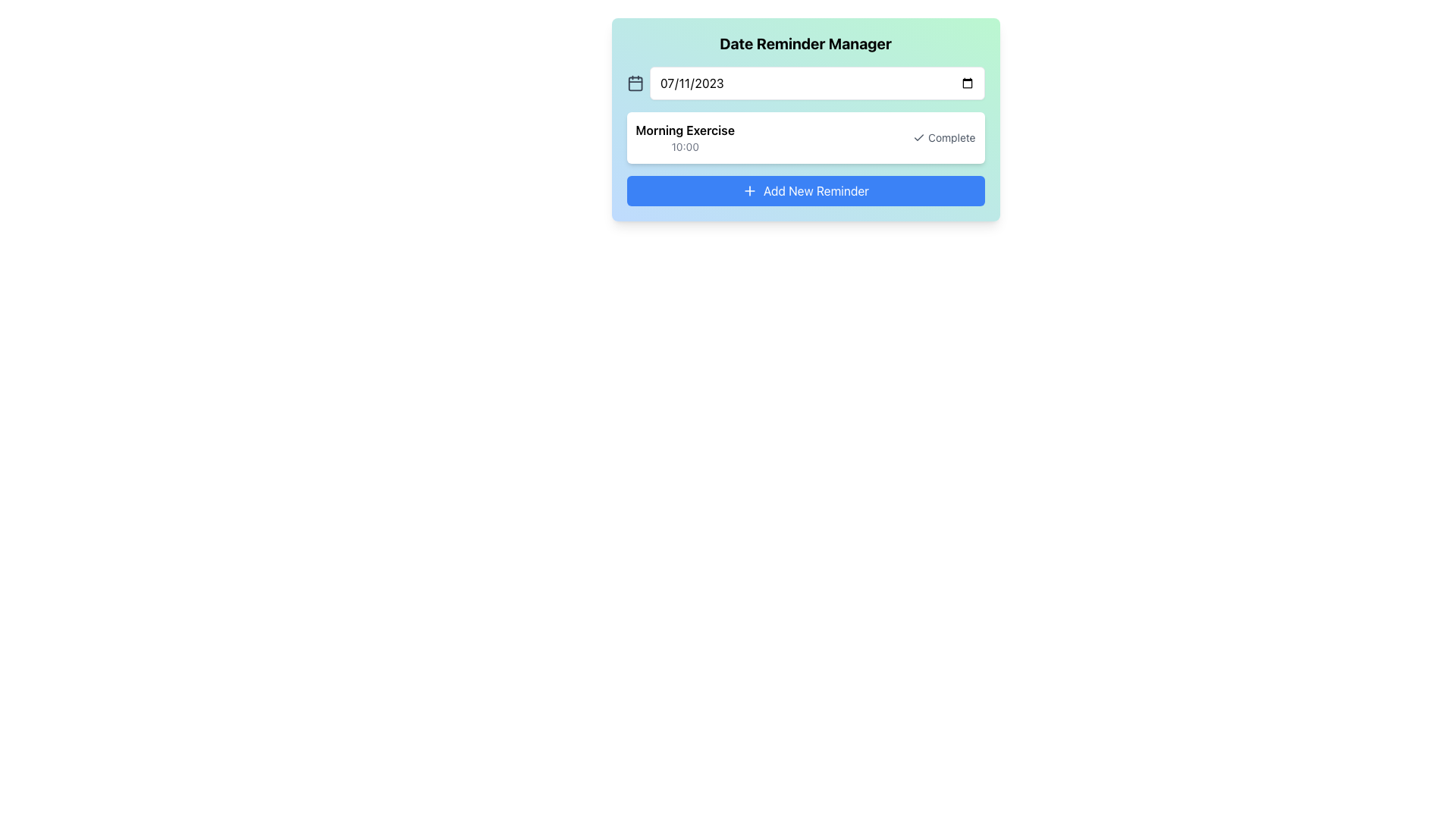  What do you see at coordinates (635, 83) in the screenshot?
I see `the calendar icon element, which is positioned at the far left of a section containing a date input field and a button, situated directly before the date input field` at bounding box center [635, 83].